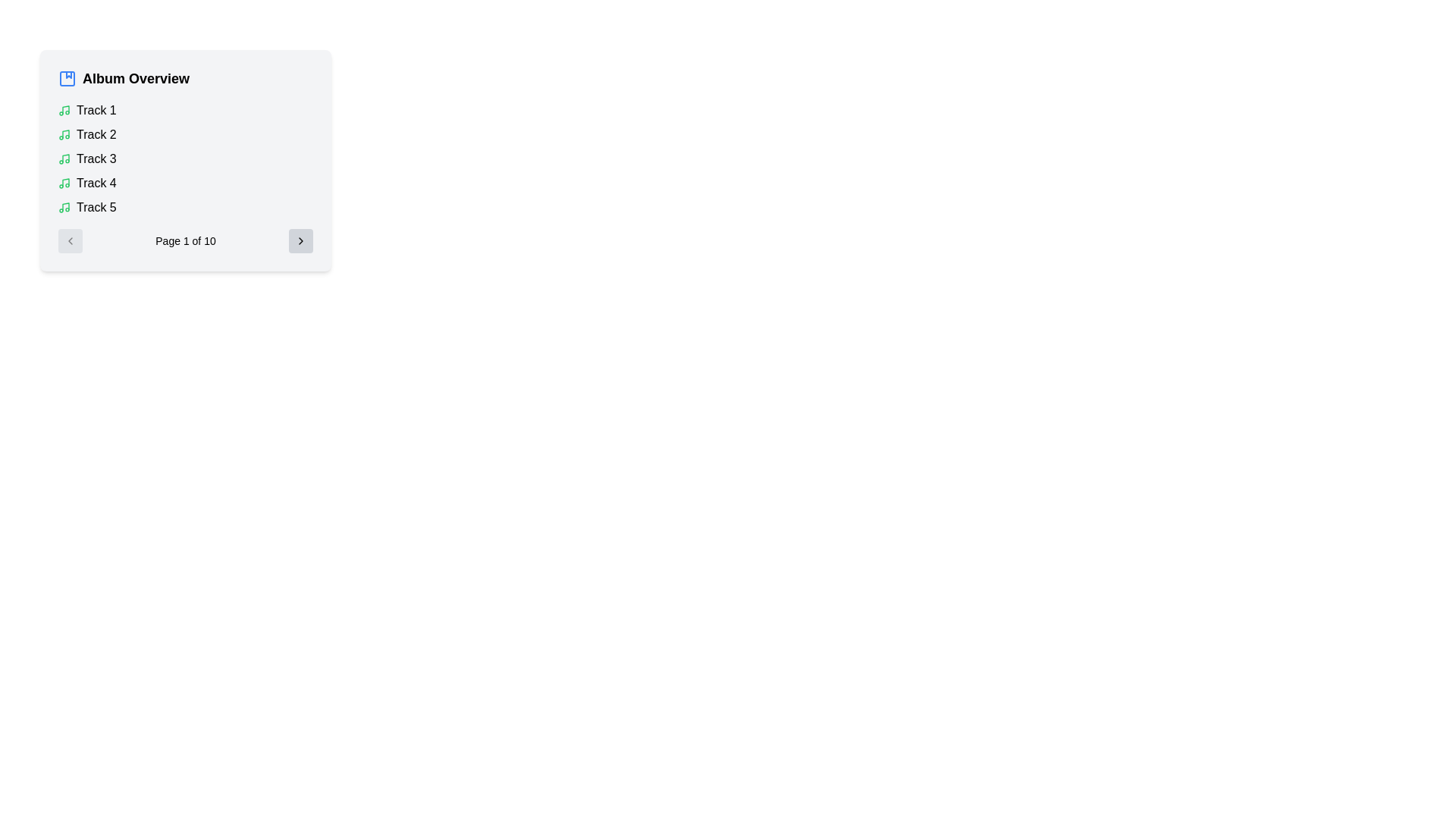  What do you see at coordinates (64, 183) in the screenshot?
I see `the green musical note icon located to the left of the text 'Track 4' in the fourth row of the album track list` at bounding box center [64, 183].